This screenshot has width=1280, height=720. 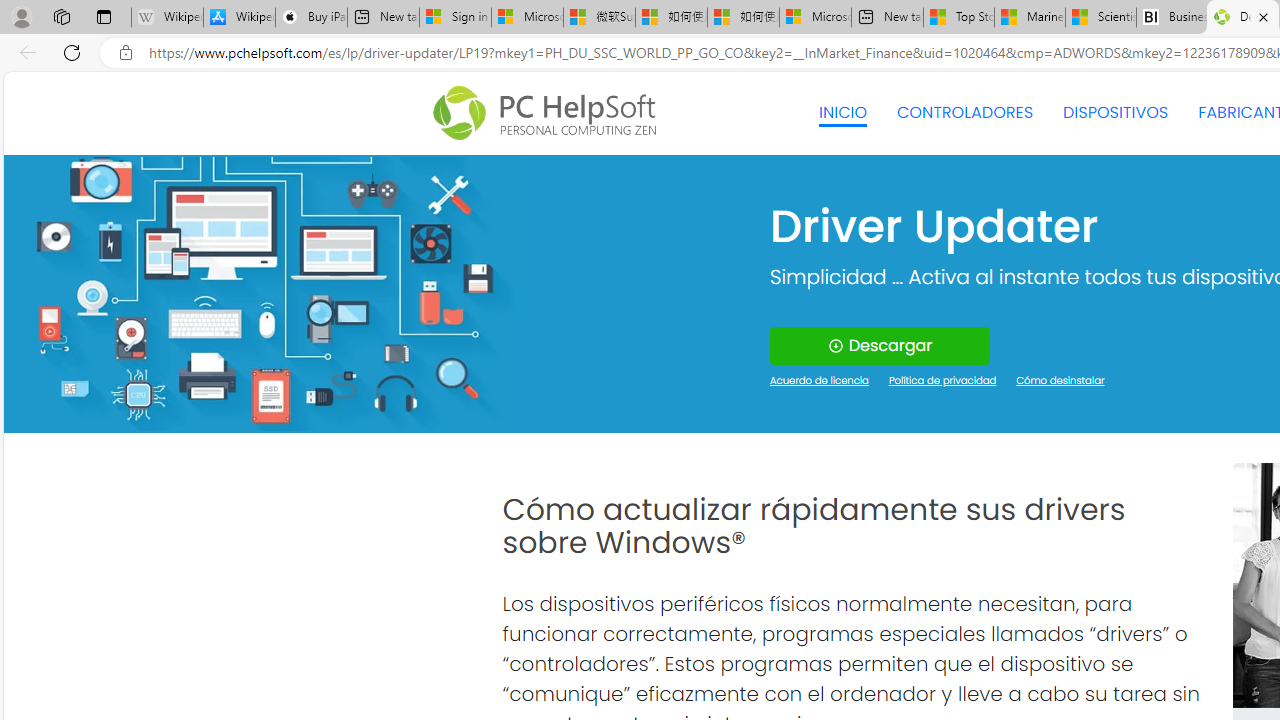 I want to click on 'Top Stories - MSN', so click(x=958, y=17).